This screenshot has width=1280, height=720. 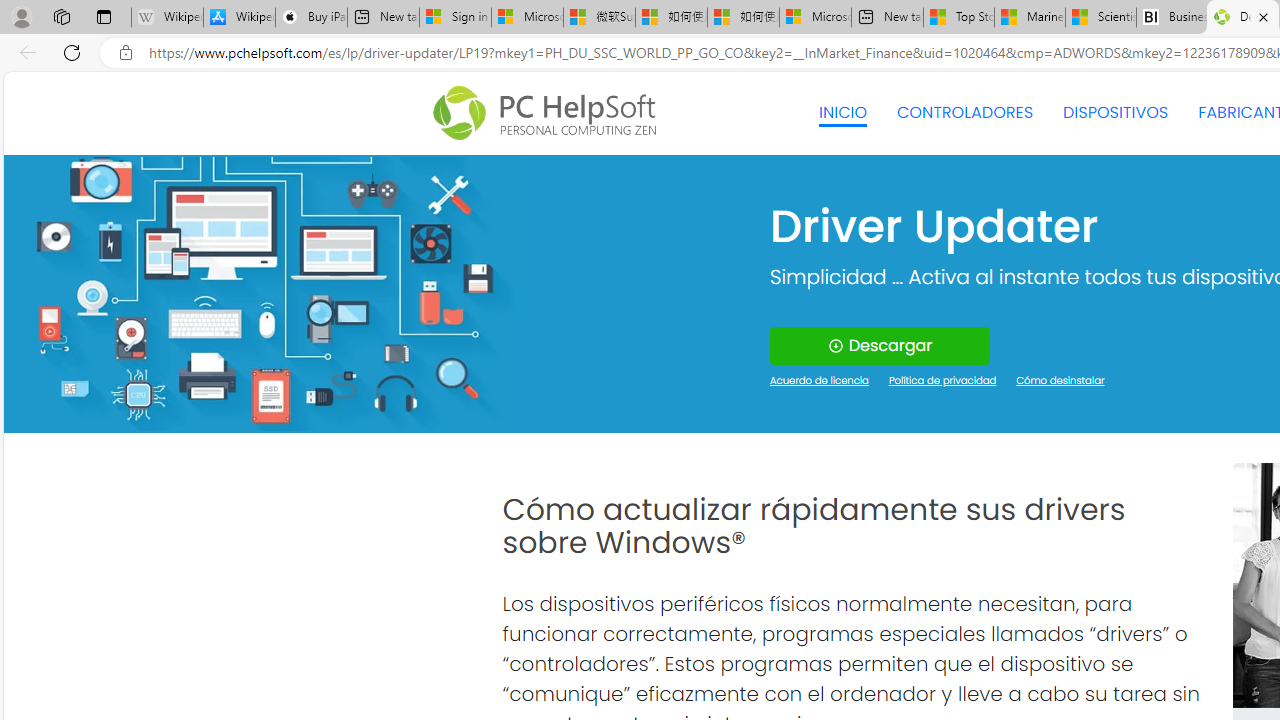 I want to click on 'Top Stories - MSN', so click(x=958, y=17).